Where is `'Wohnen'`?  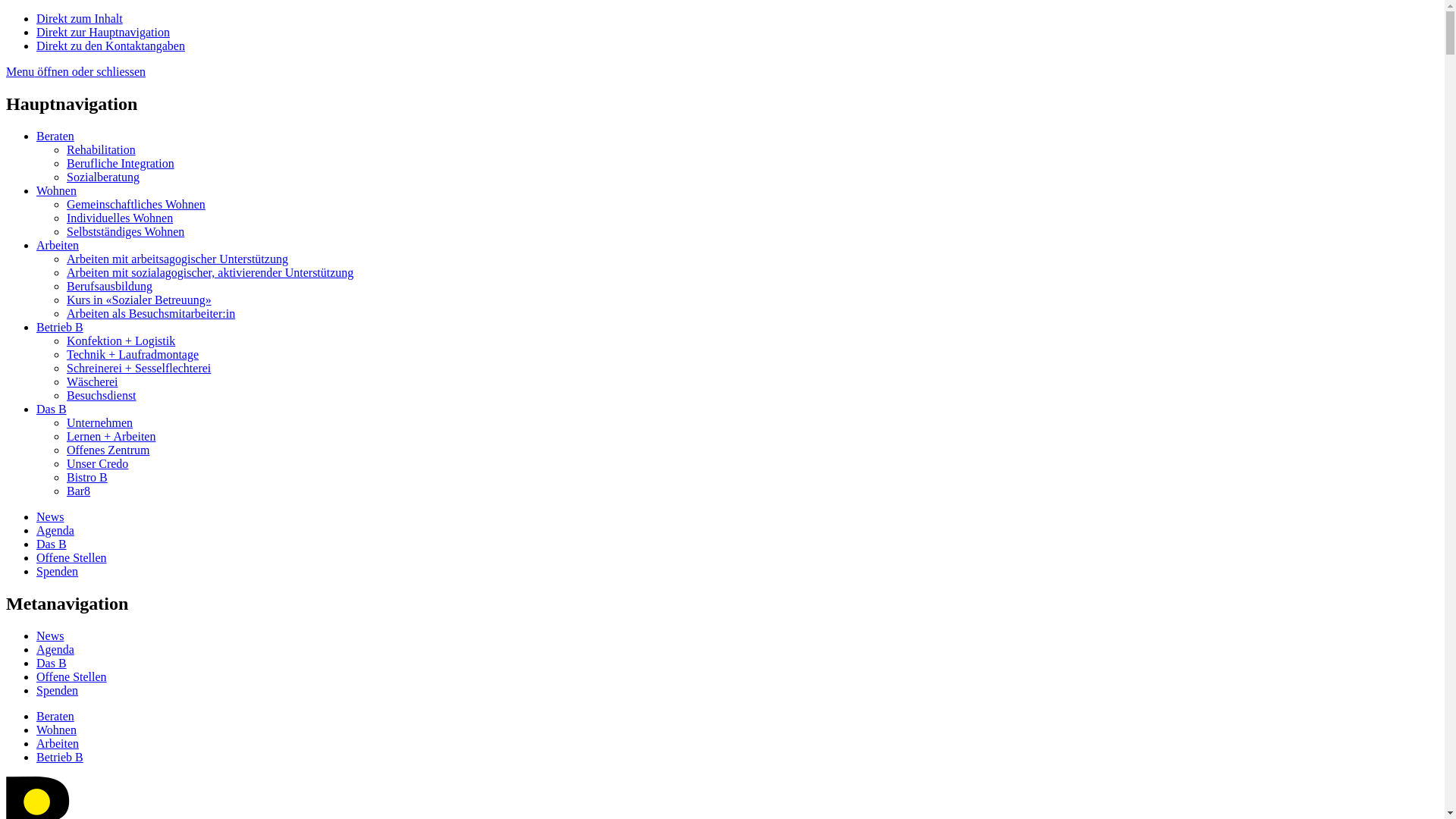
'Wohnen' is located at coordinates (56, 190).